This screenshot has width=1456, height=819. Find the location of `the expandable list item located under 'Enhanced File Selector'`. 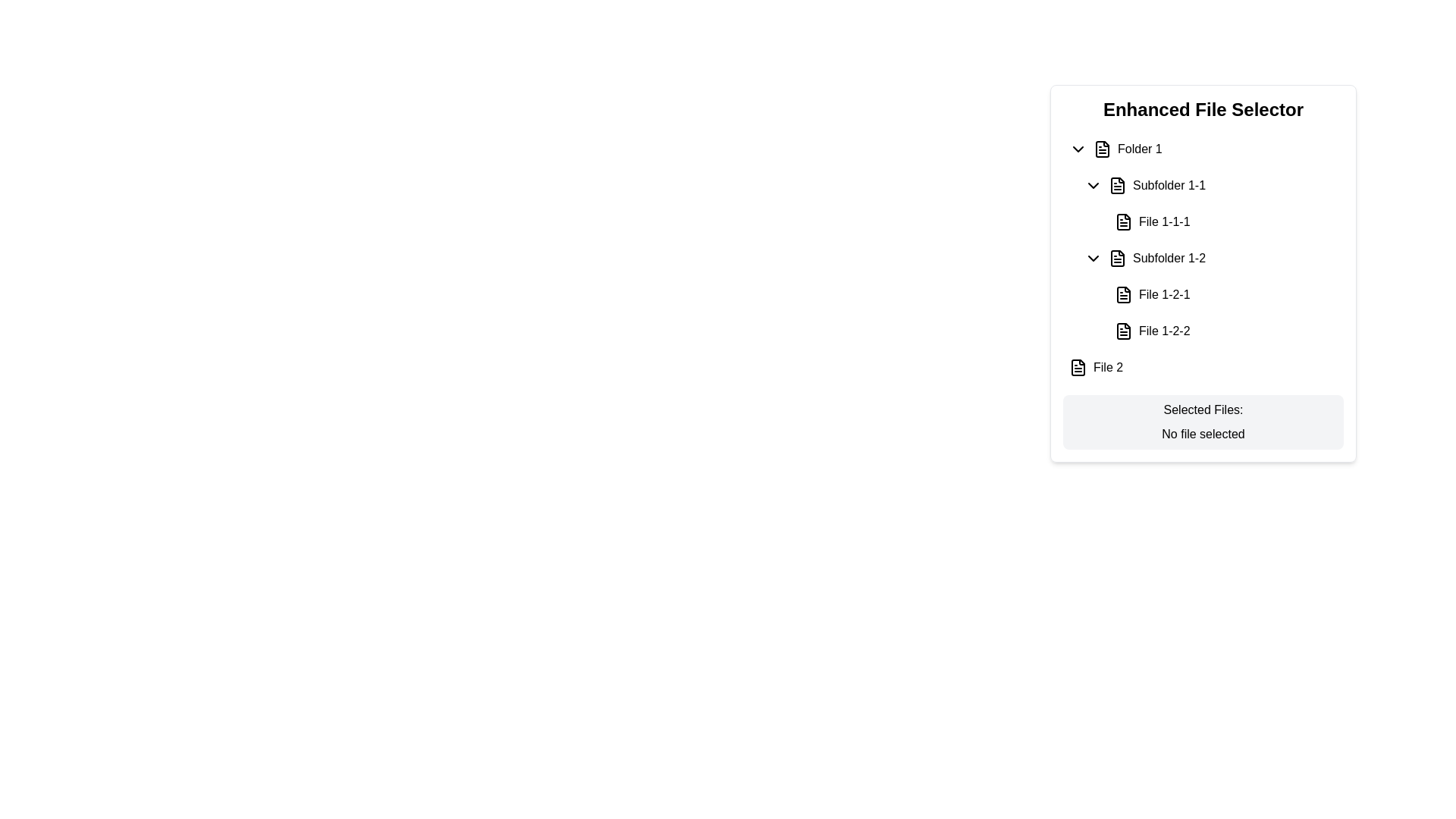

the expandable list item located under 'Enhanced File Selector' is located at coordinates (1210, 185).